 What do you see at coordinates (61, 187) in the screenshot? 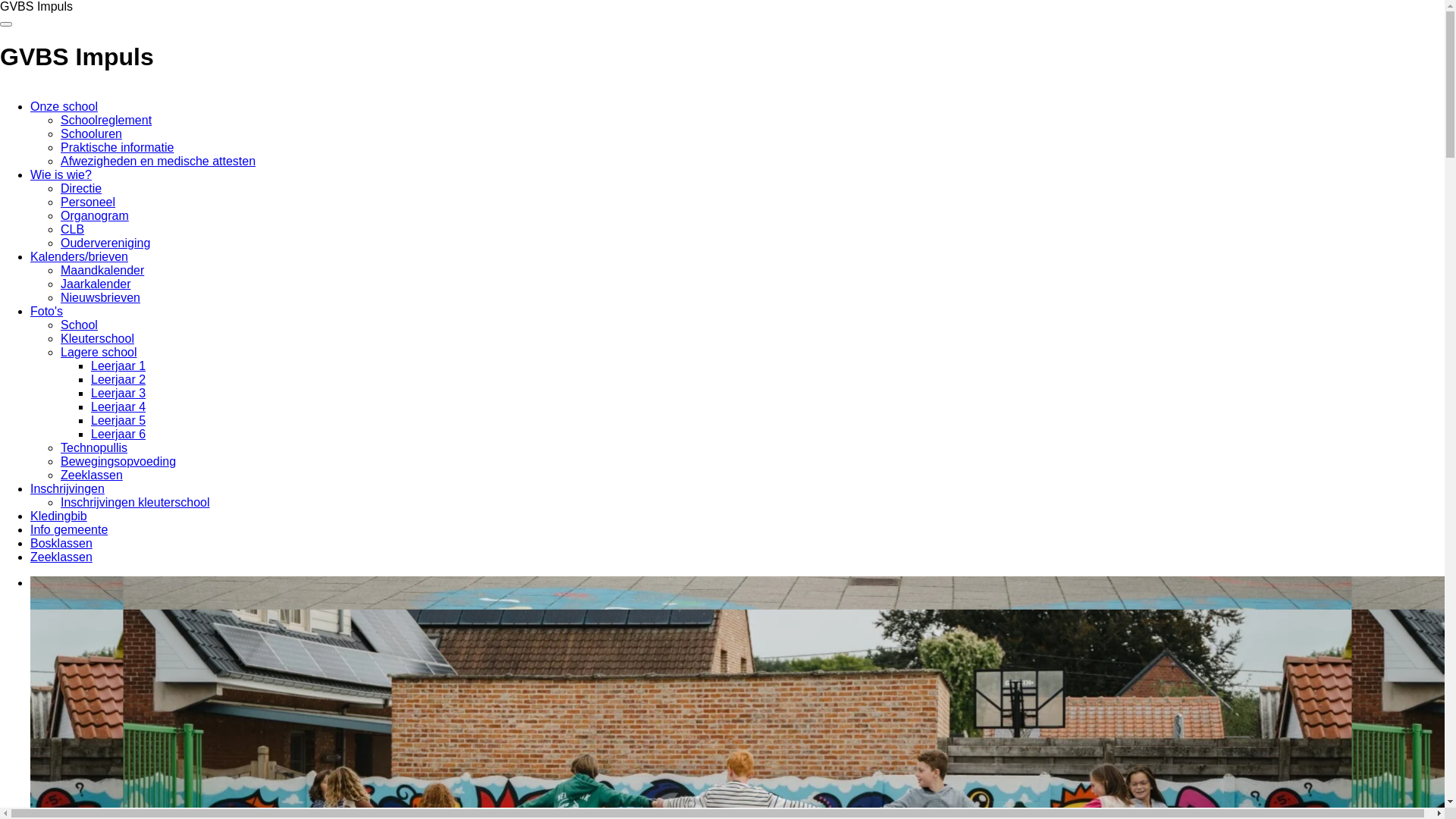
I see `'Directie'` at bounding box center [61, 187].